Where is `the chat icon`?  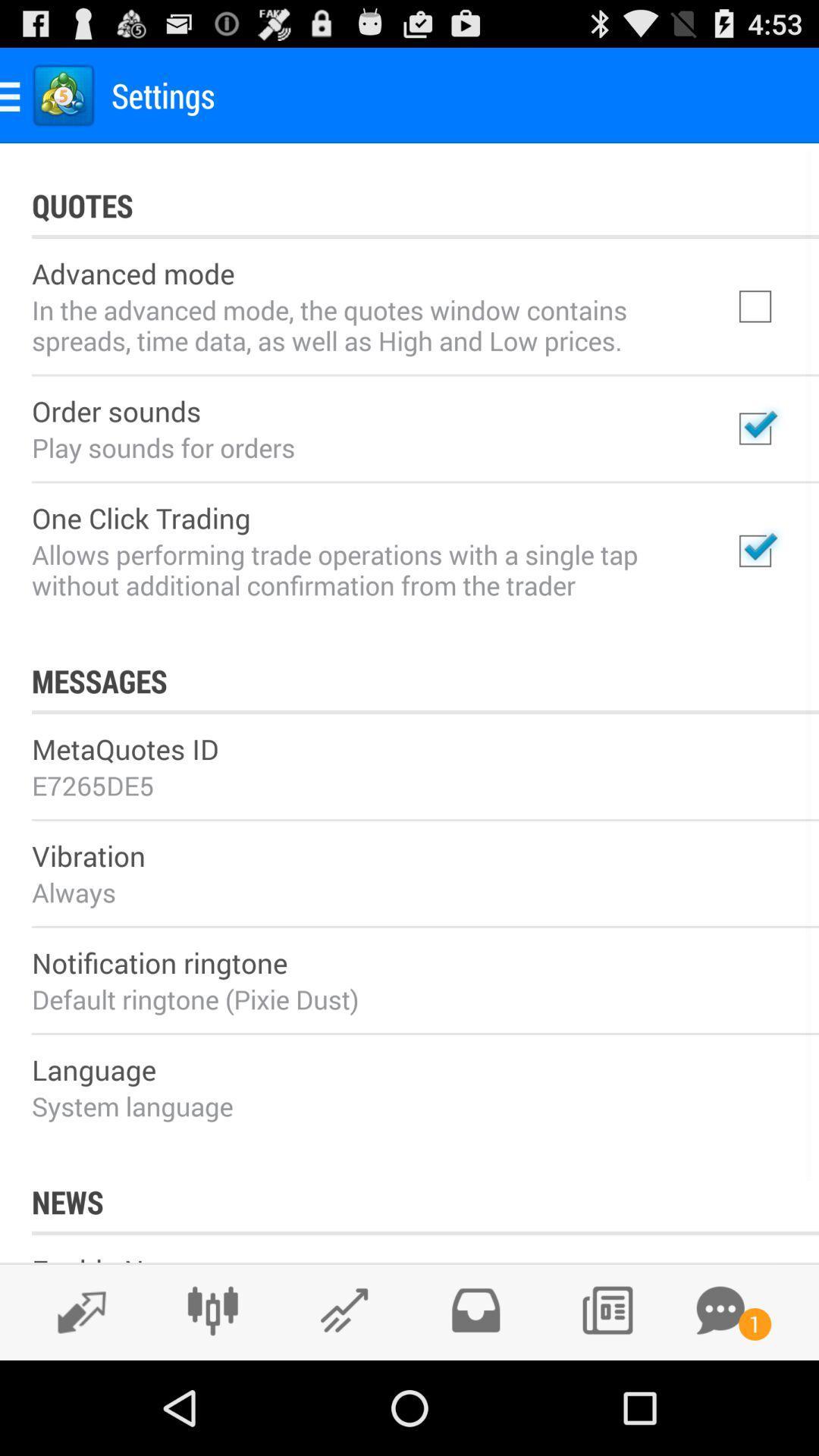
the chat icon is located at coordinates (720, 1401).